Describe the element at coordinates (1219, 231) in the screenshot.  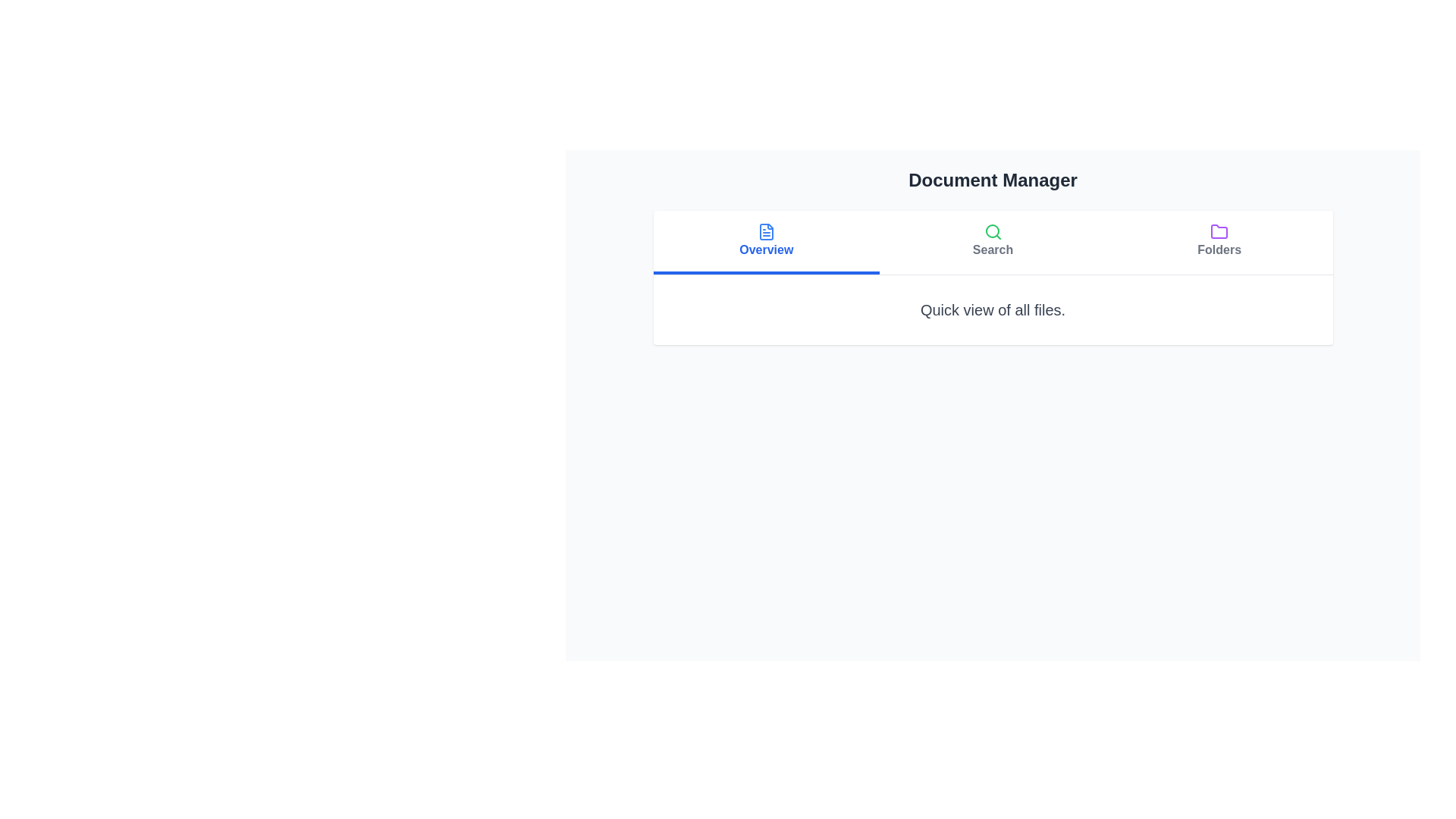
I see `the folder icon located to the right of the 'Folders' header` at that location.